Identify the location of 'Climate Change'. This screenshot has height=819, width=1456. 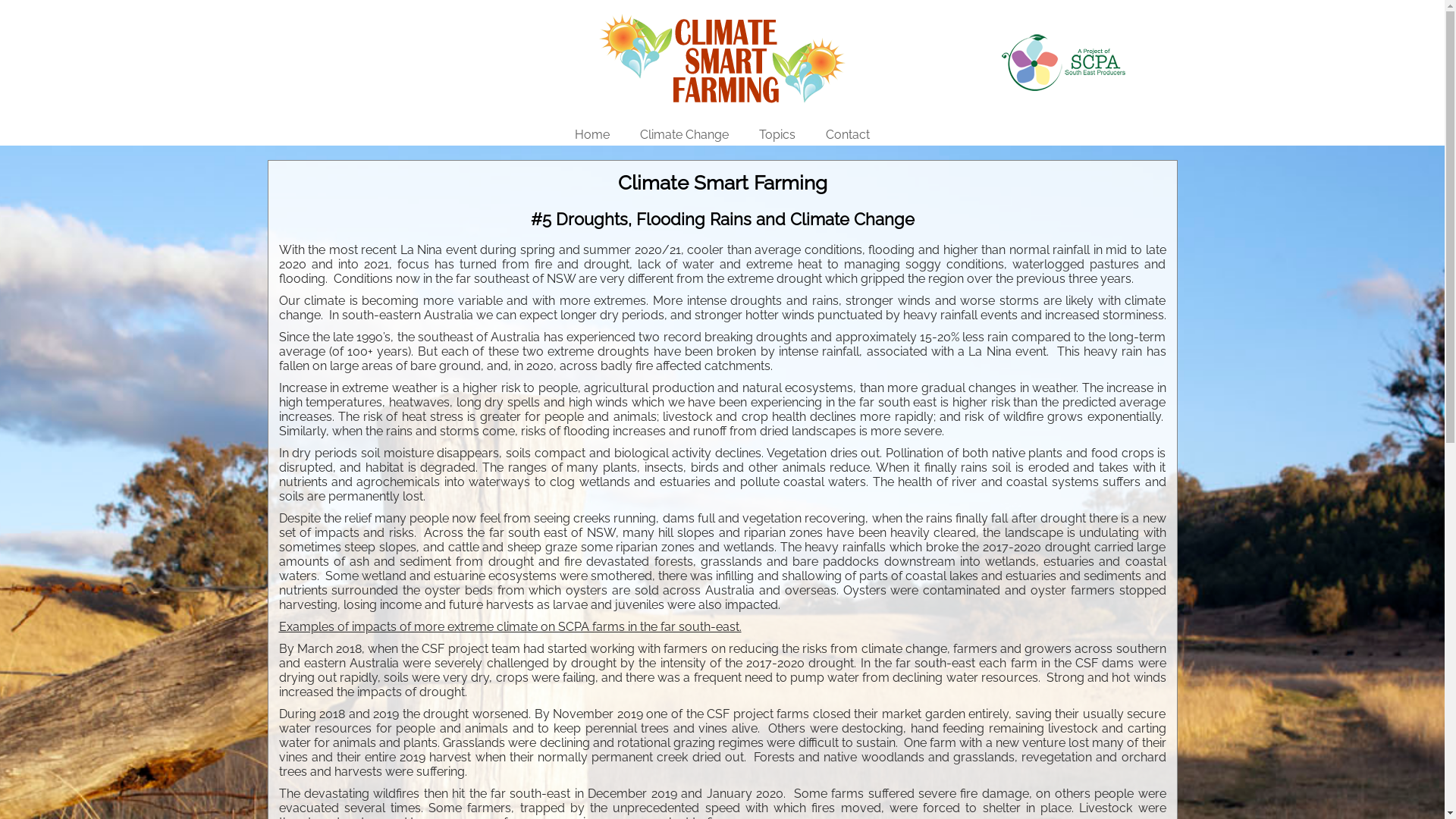
(683, 133).